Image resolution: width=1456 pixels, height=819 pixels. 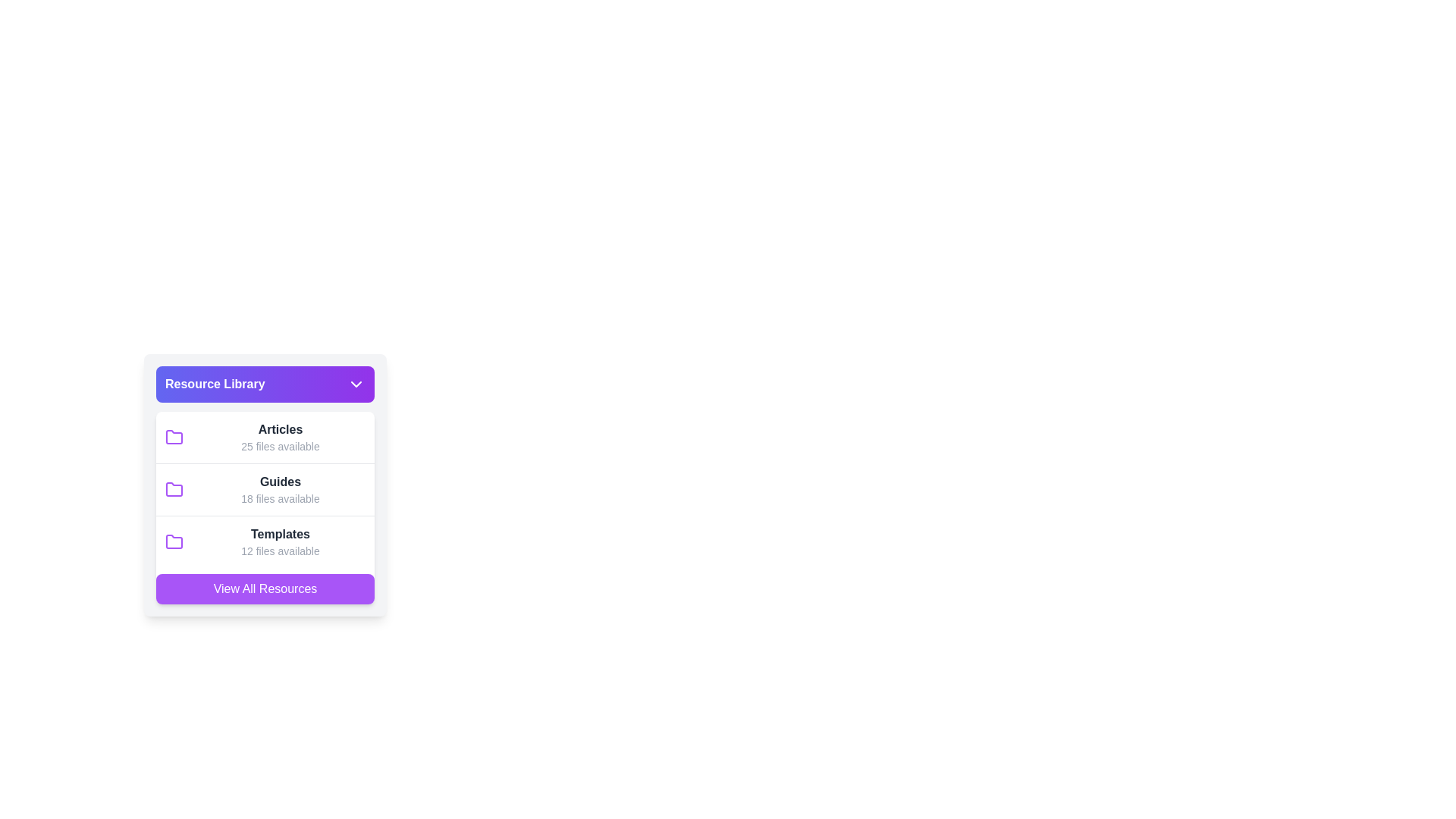 I want to click on to select the 'Articles' category in the Resource Library dropdown menu, which indicates access to 25 files related to this category, so click(x=280, y=438).